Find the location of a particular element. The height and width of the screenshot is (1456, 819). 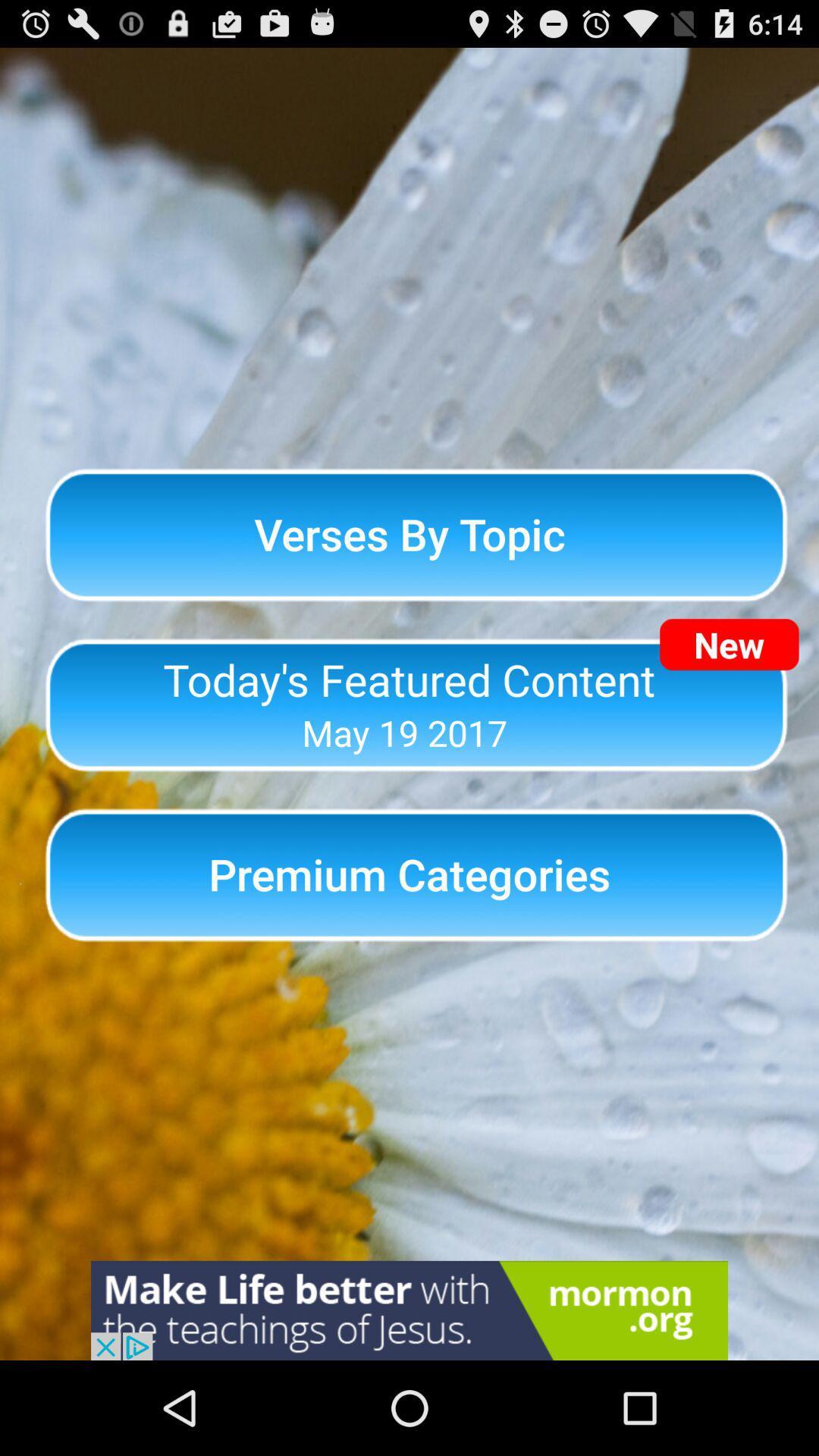

open advertisement is located at coordinates (409, 1310).